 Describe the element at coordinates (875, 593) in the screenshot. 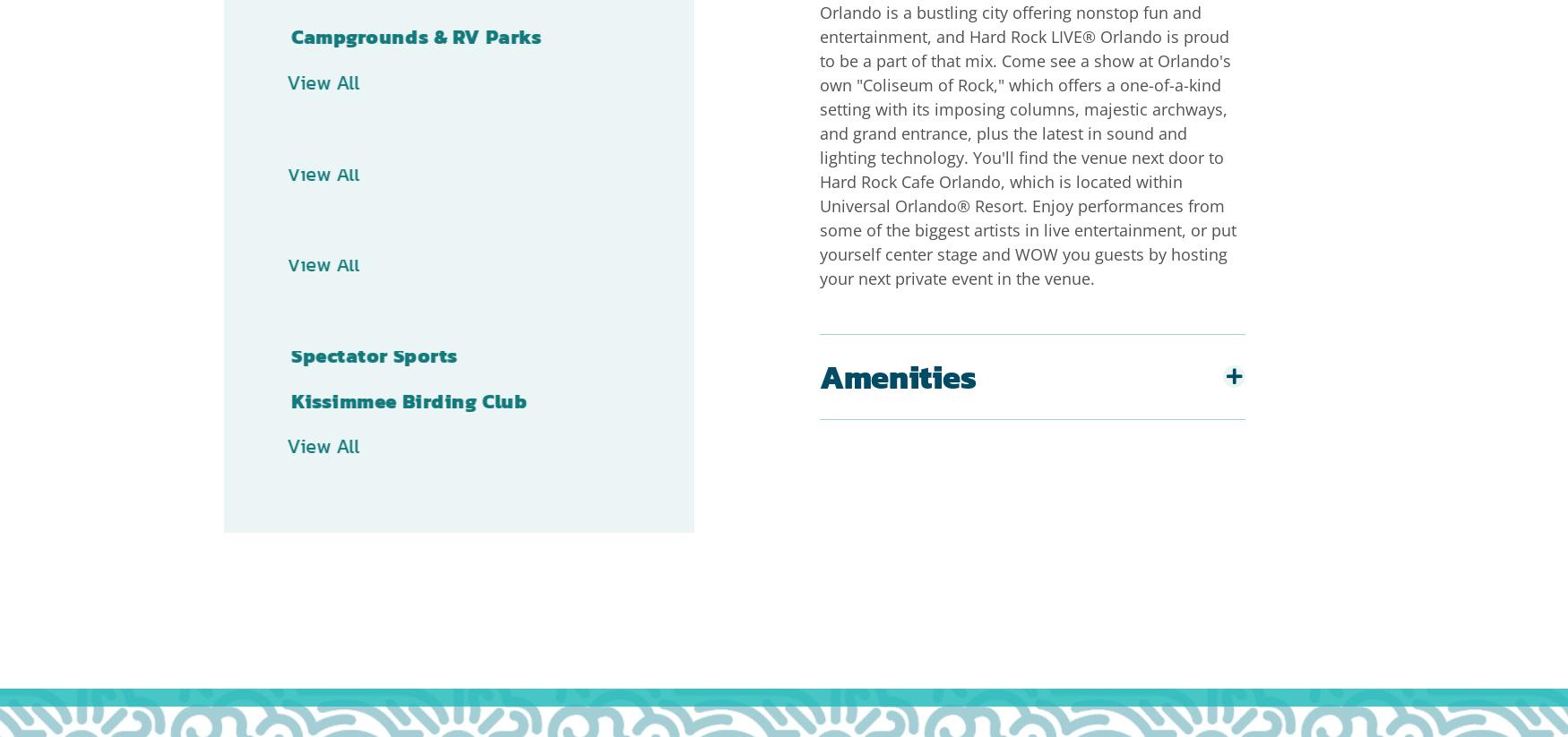

I see `'215 Celebration Pl, Suite 200'` at that location.